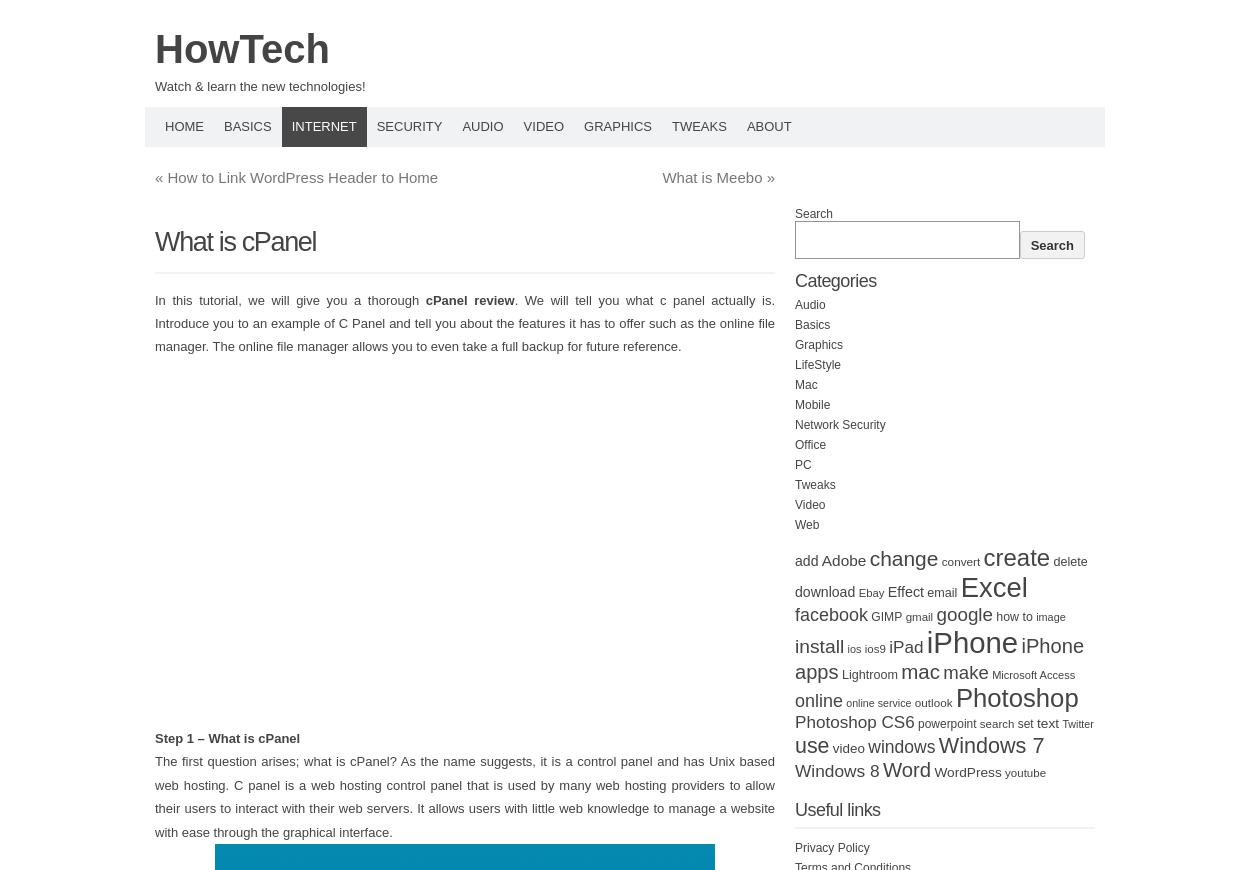 Image resolution: width=1250 pixels, height=870 pixels. Describe the element at coordinates (920, 671) in the screenshot. I see `'mac'` at that location.